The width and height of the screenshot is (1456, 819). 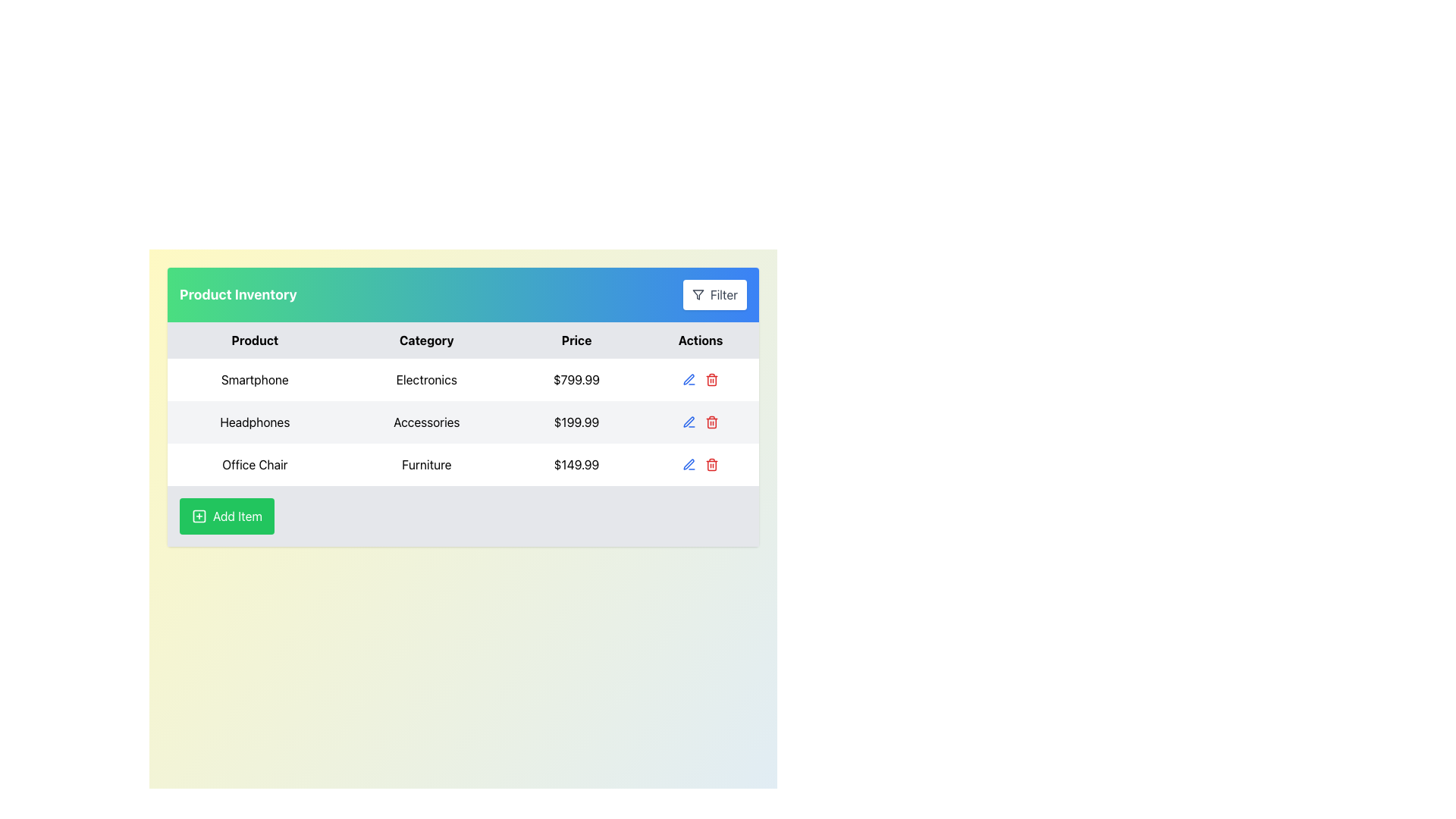 What do you see at coordinates (255, 422) in the screenshot?
I see `text content of the label displaying the product name 'Headphones', located in the second row of the table under the 'Product' column` at bounding box center [255, 422].